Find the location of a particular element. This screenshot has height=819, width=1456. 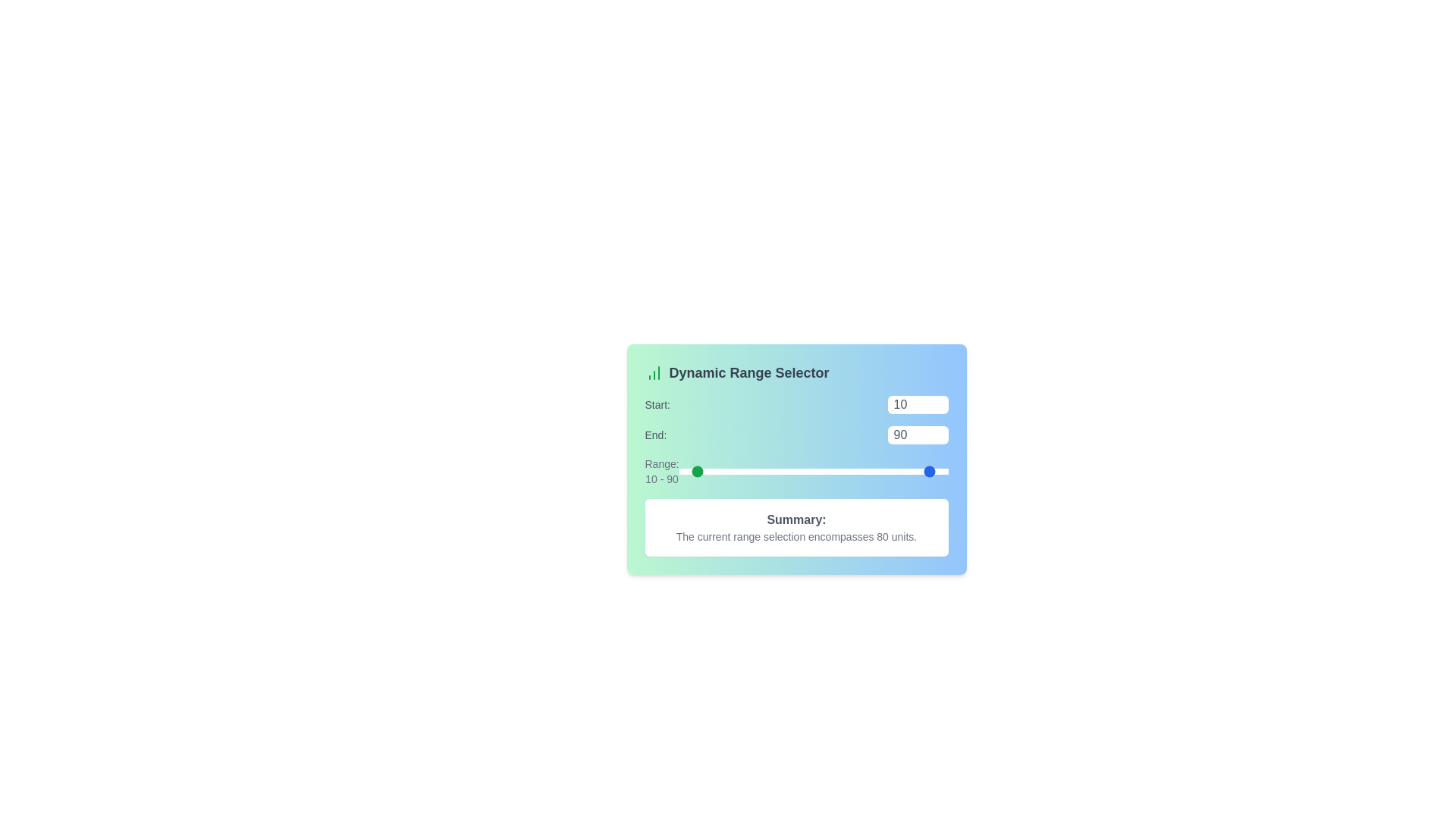

the 'Start' range value to 17 using the input box is located at coordinates (917, 403).